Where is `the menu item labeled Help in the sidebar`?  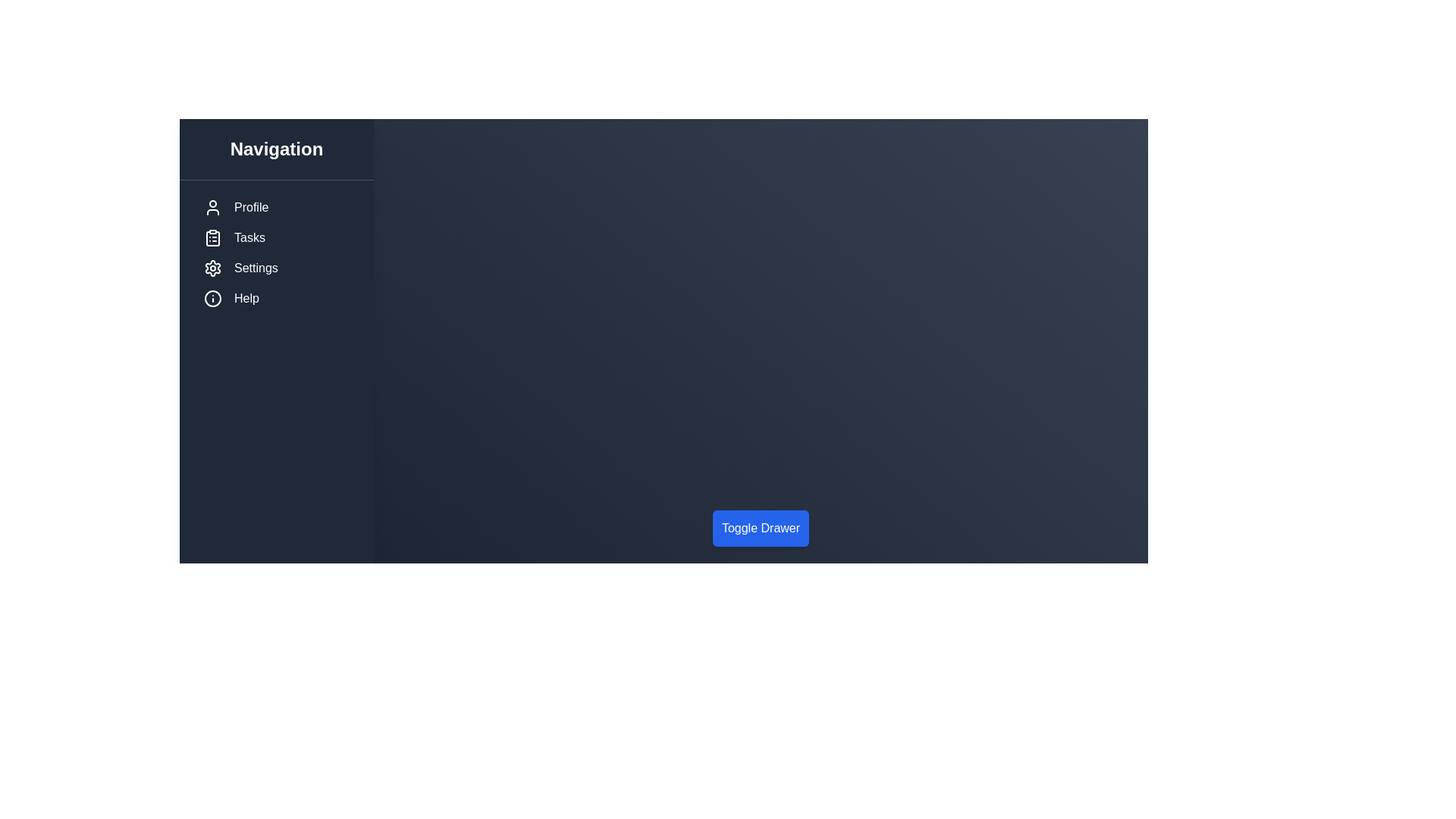 the menu item labeled Help in the sidebar is located at coordinates (276, 298).